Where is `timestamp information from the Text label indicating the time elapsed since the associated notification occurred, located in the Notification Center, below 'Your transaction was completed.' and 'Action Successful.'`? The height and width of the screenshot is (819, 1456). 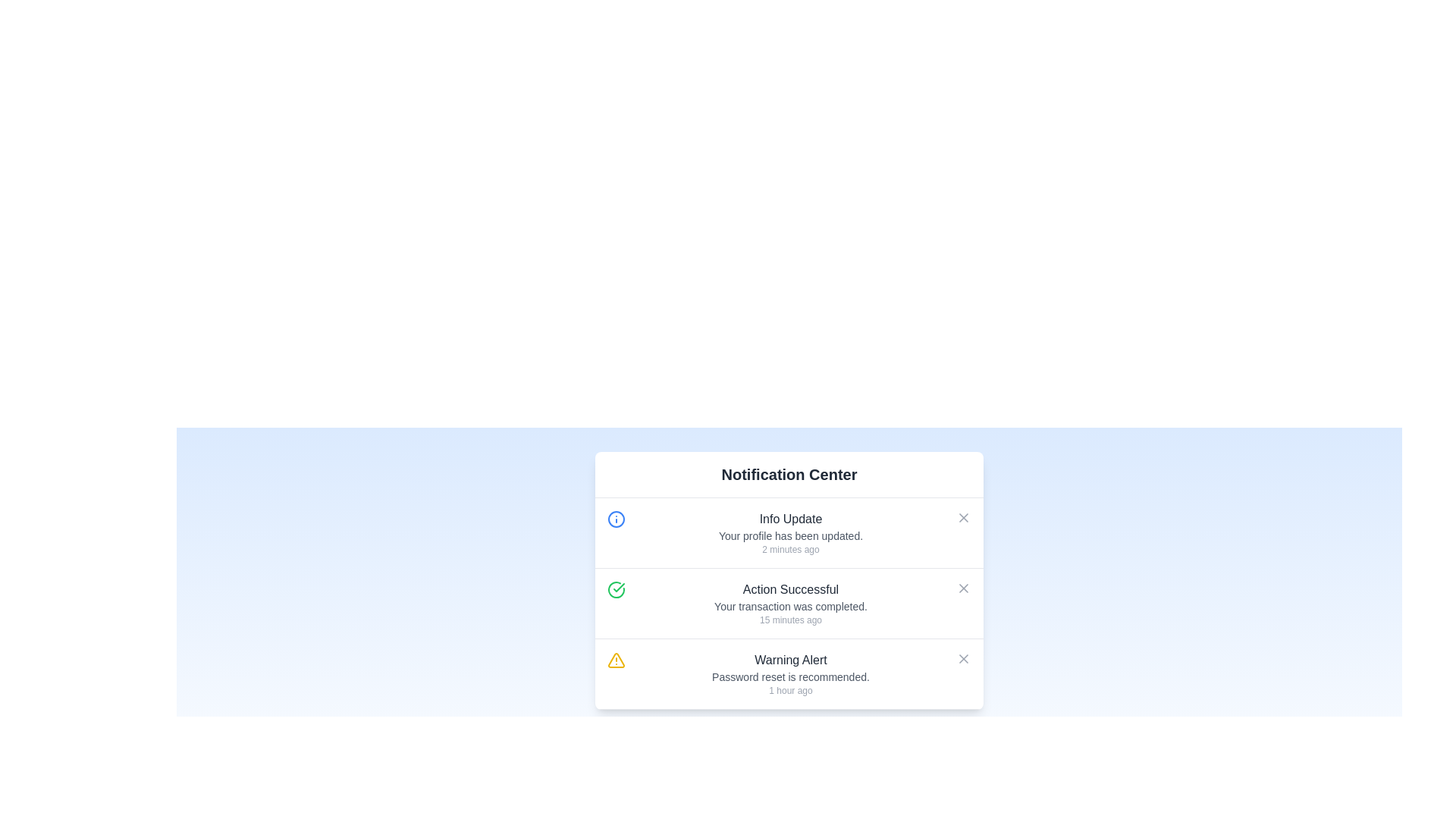
timestamp information from the Text label indicating the time elapsed since the associated notification occurred, located in the Notification Center, below 'Your transaction was completed.' and 'Action Successful.' is located at coordinates (789, 620).